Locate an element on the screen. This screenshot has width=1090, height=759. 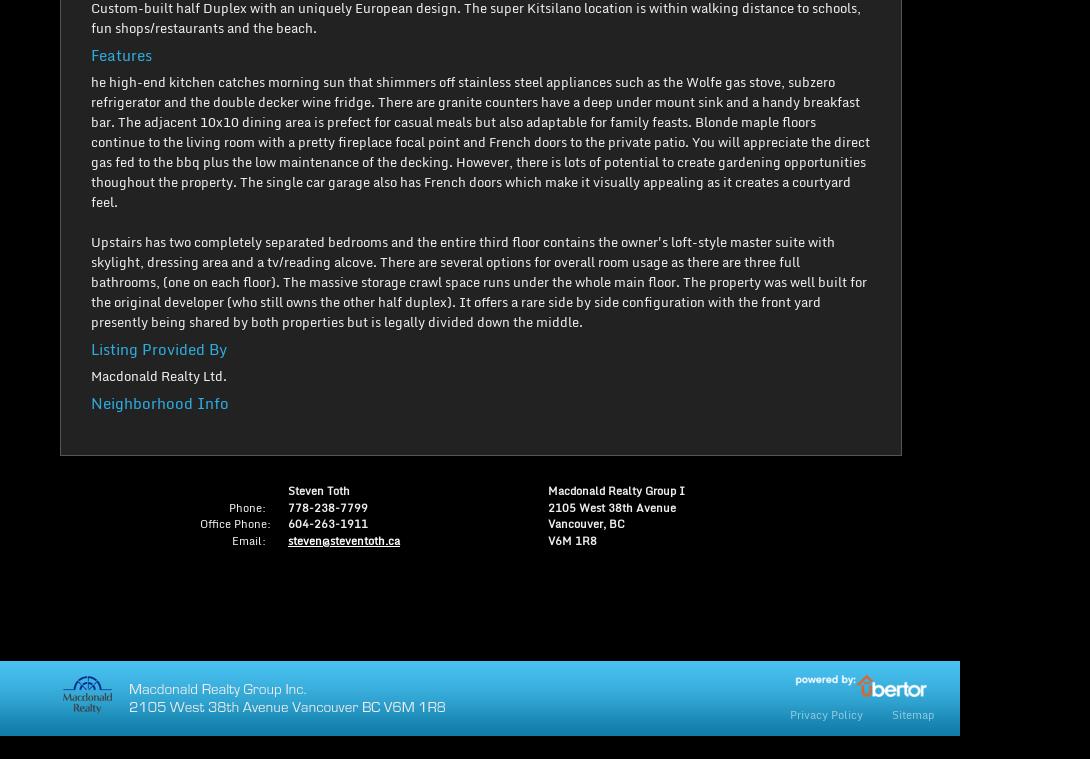
'Macdonald Realty Ltd.' is located at coordinates (159, 375).